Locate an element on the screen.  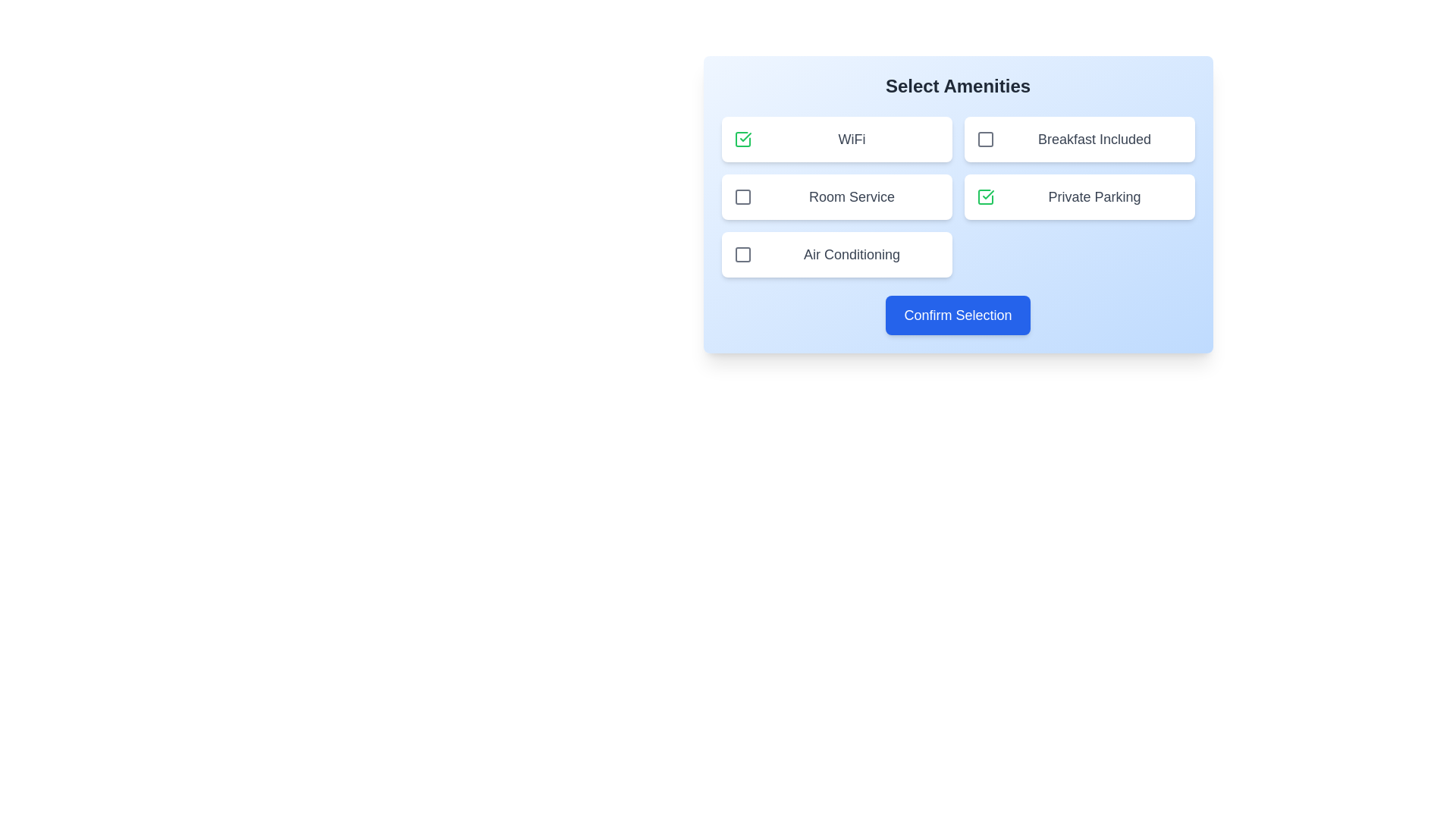
the checkbox for 'Breakfast Included' is located at coordinates (985, 140).